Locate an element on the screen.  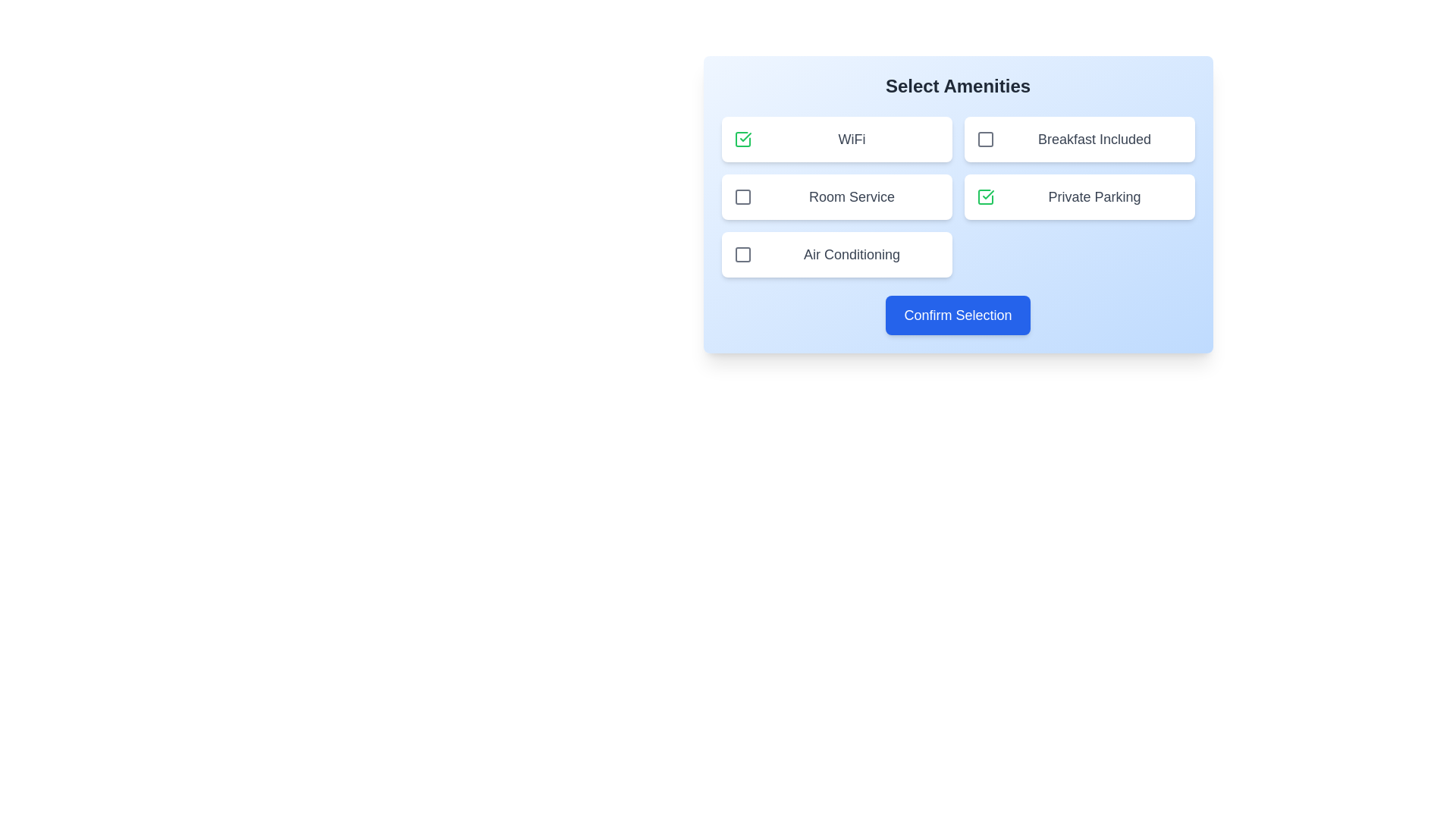
the checkbox for 'Breakfast Included' is located at coordinates (985, 140).